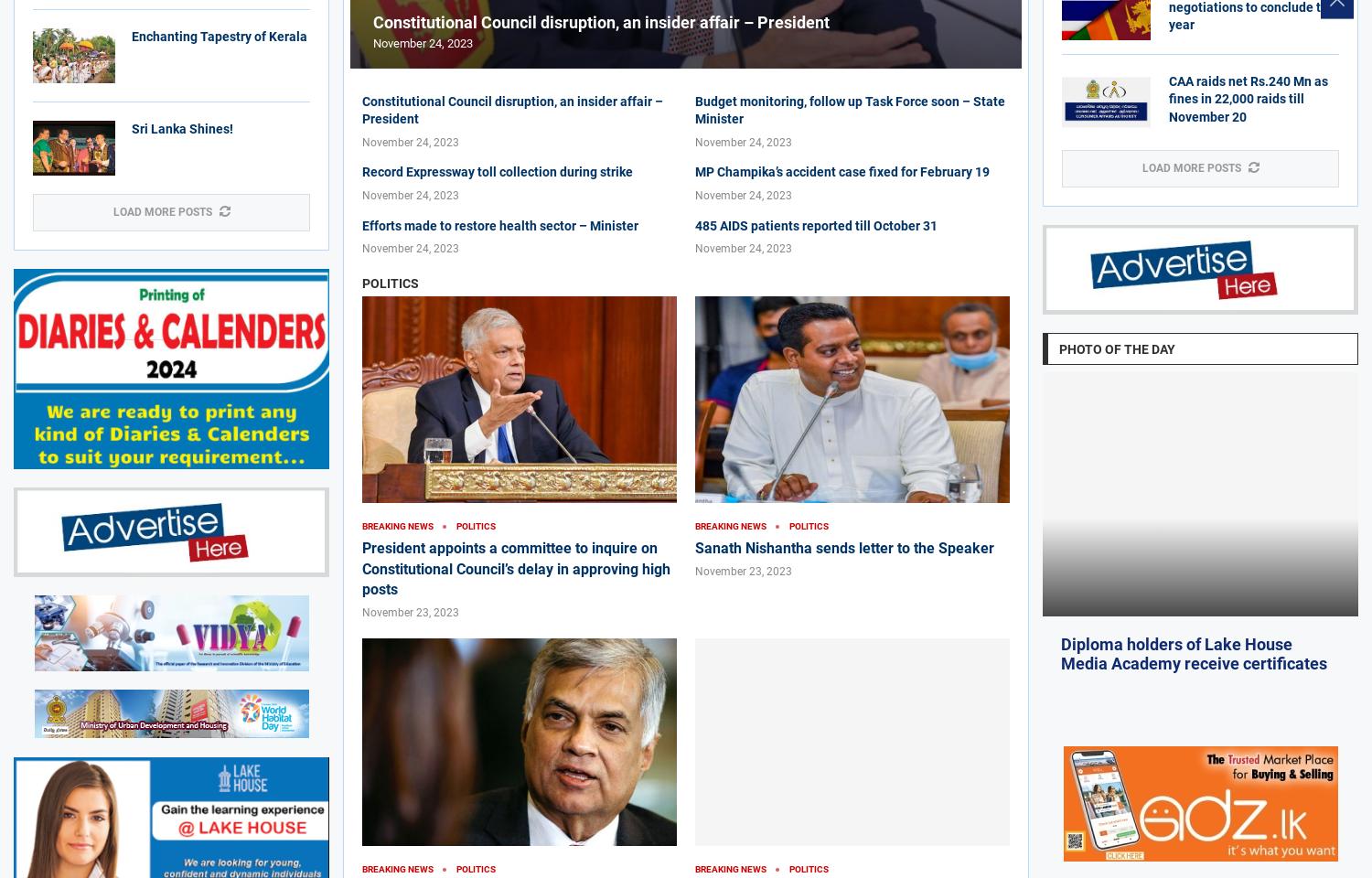 The image size is (1372, 878). Describe the element at coordinates (500, 223) in the screenshot. I see `'Efforts made to restore health sector – Minister'` at that location.